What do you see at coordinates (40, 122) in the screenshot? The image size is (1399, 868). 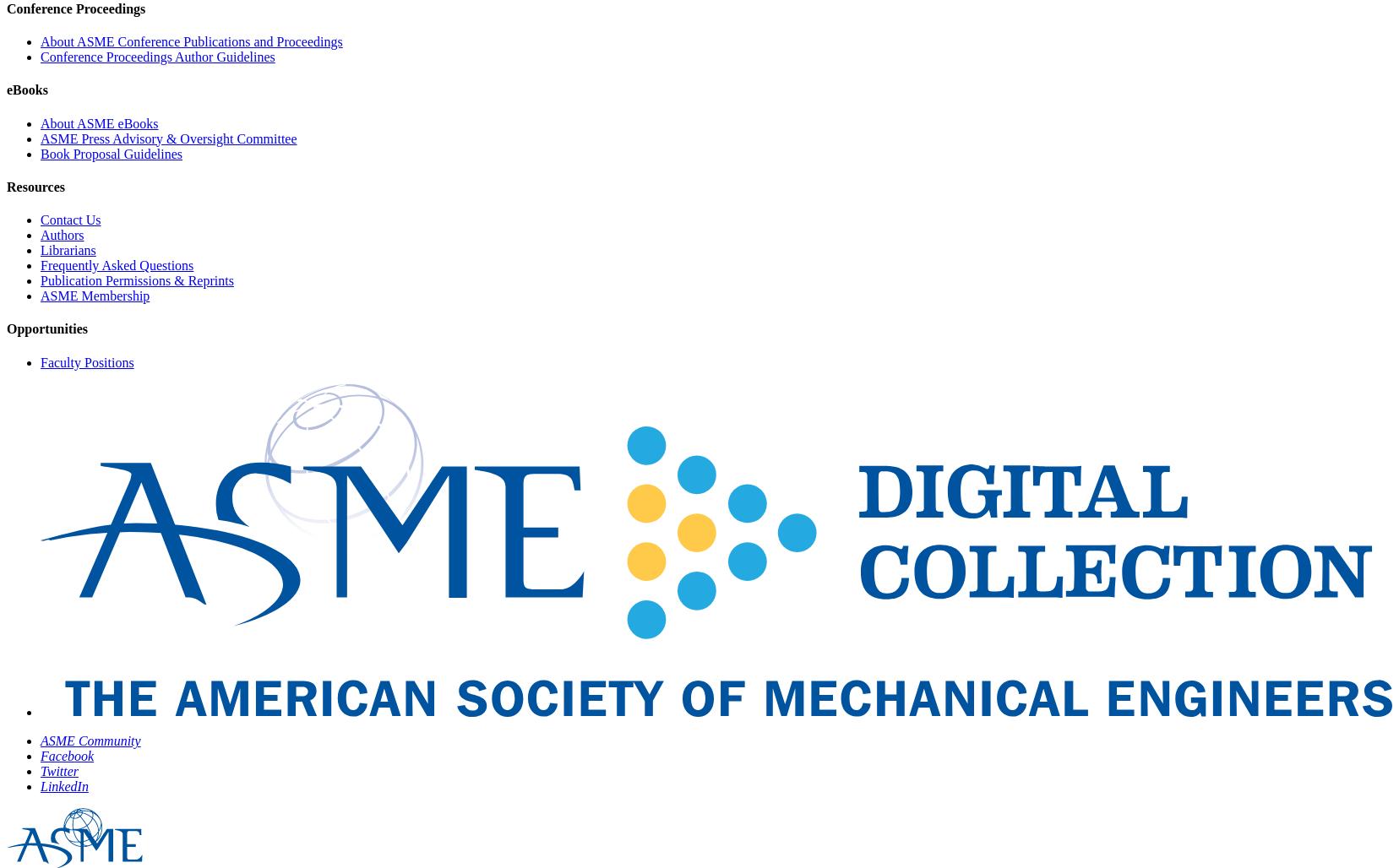 I see `'About ASME eBooks'` at bounding box center [40, 122].